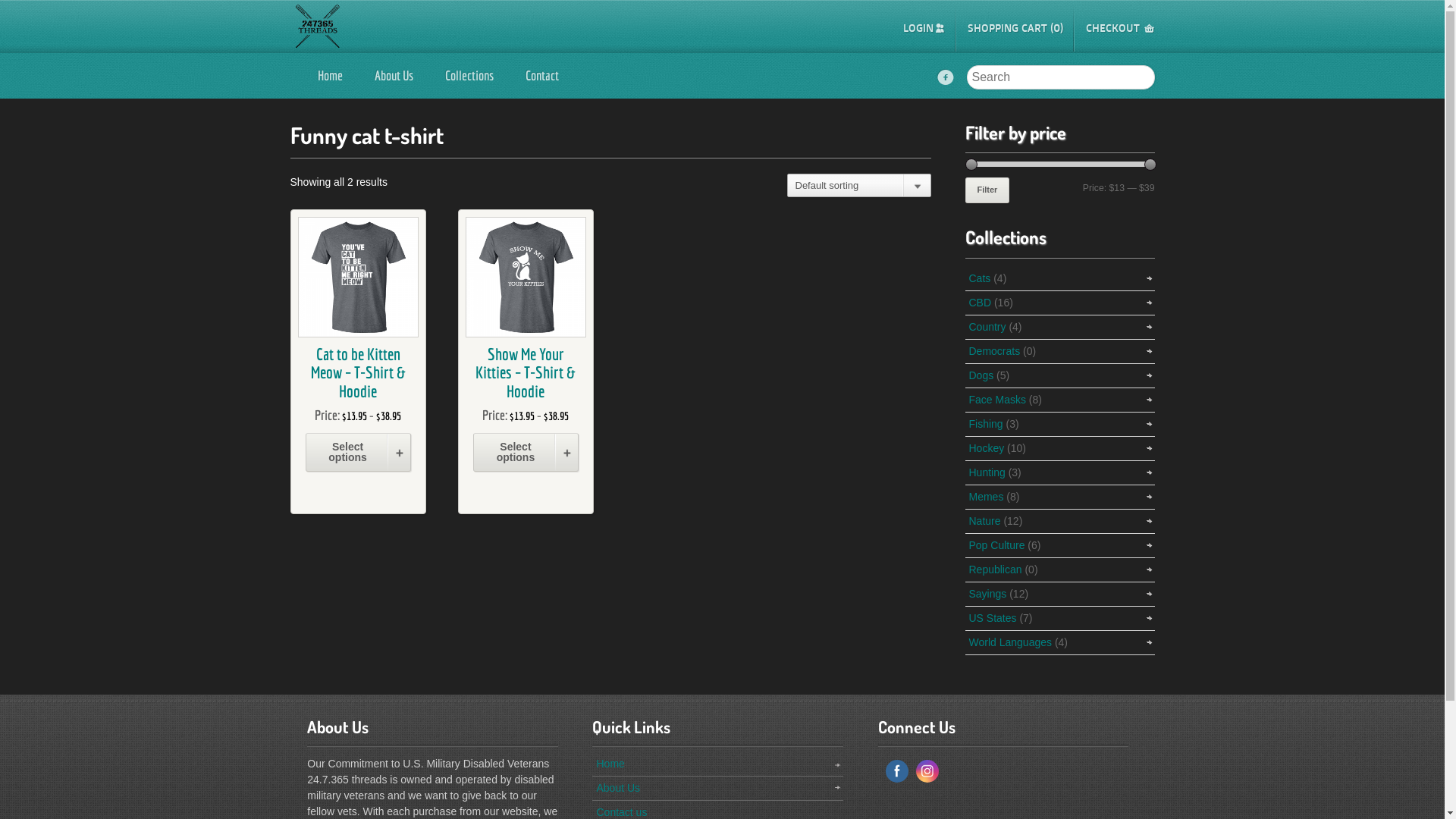  I want to click on 'Nature', so click(985, 519).